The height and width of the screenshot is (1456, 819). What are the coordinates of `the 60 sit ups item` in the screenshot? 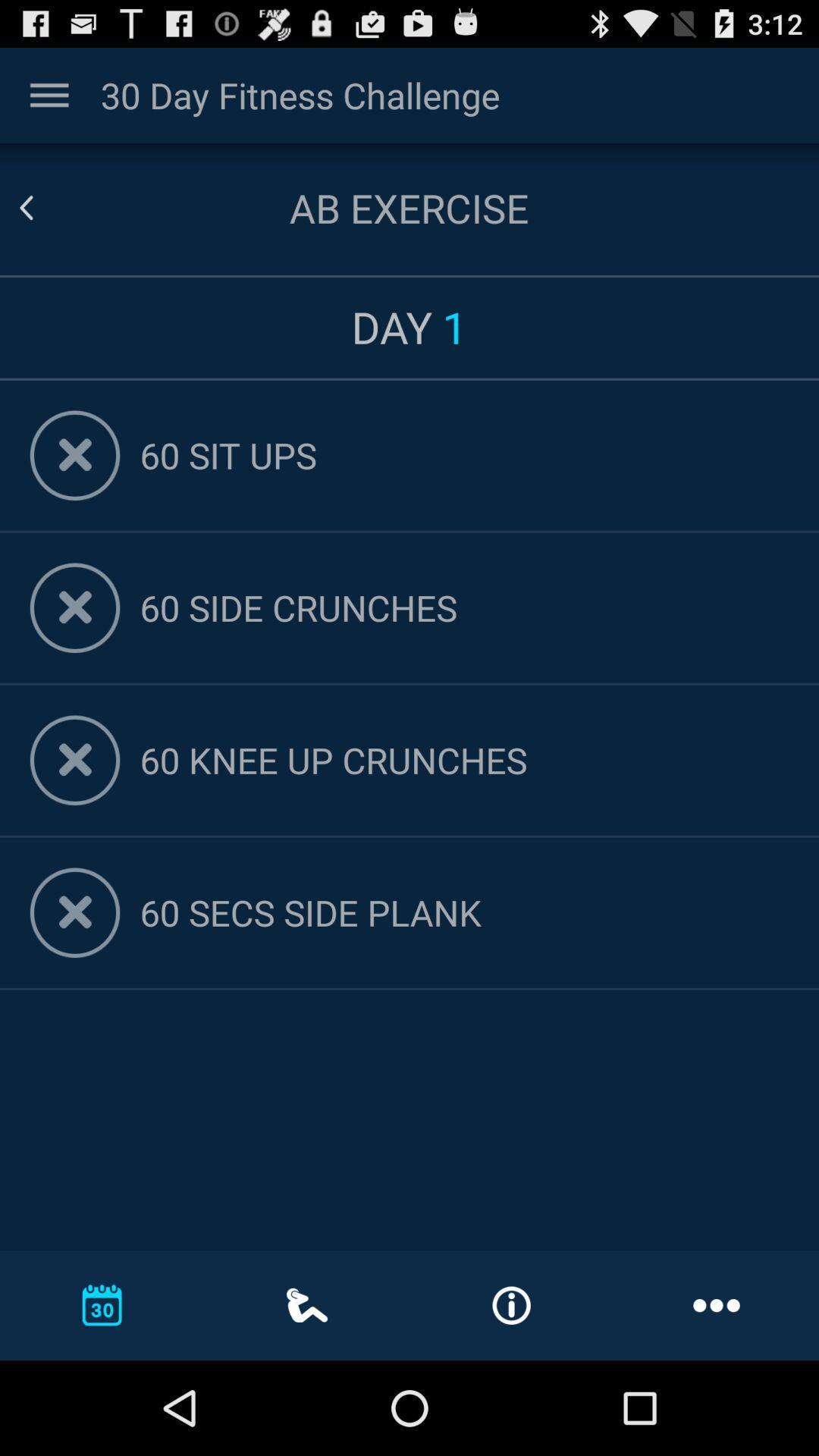 It's located at (463, 454).